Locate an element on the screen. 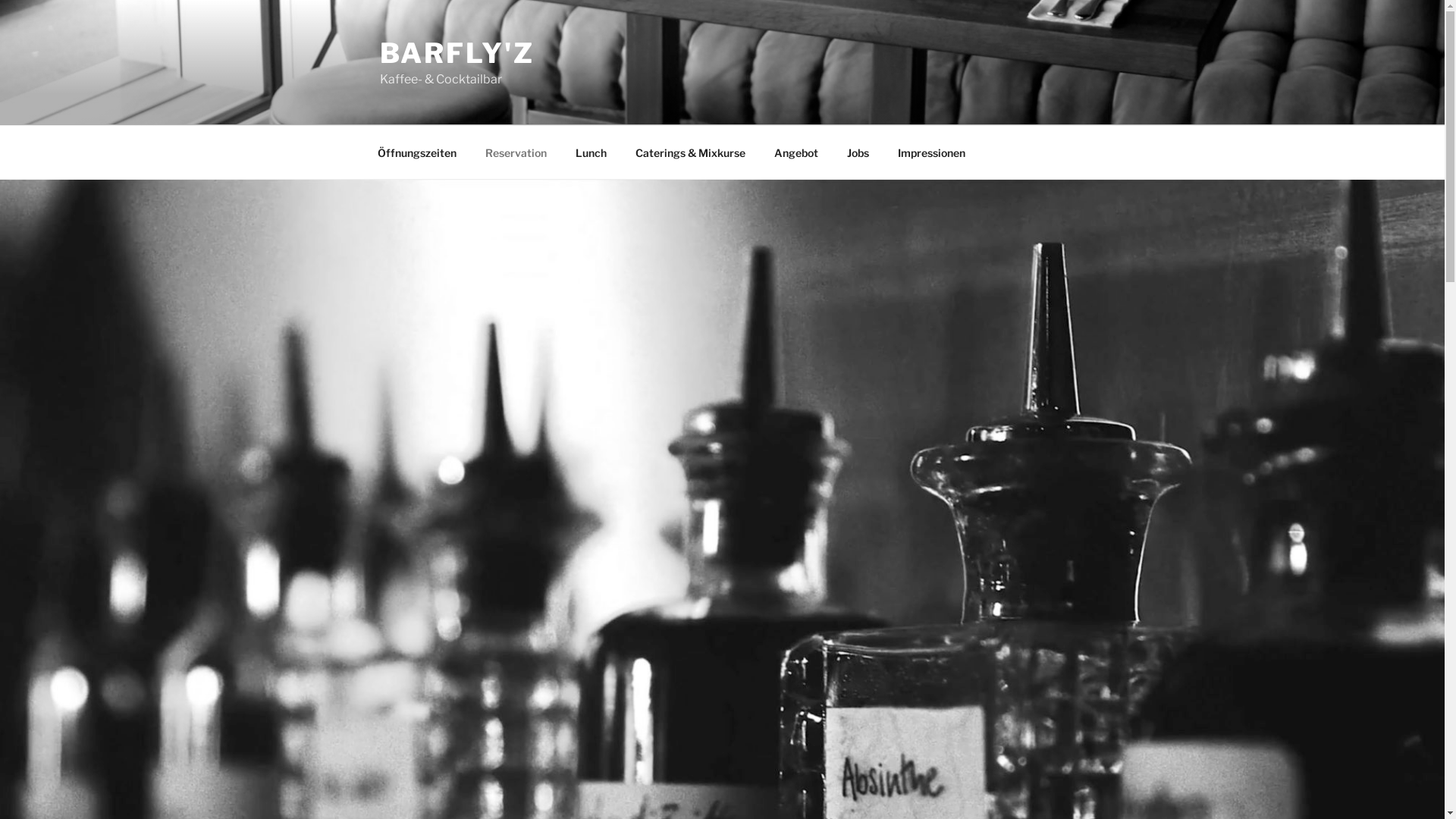 The width and height of the screenshot is (1456, 819). 'Lunch' is located at coordinates (562, 152).